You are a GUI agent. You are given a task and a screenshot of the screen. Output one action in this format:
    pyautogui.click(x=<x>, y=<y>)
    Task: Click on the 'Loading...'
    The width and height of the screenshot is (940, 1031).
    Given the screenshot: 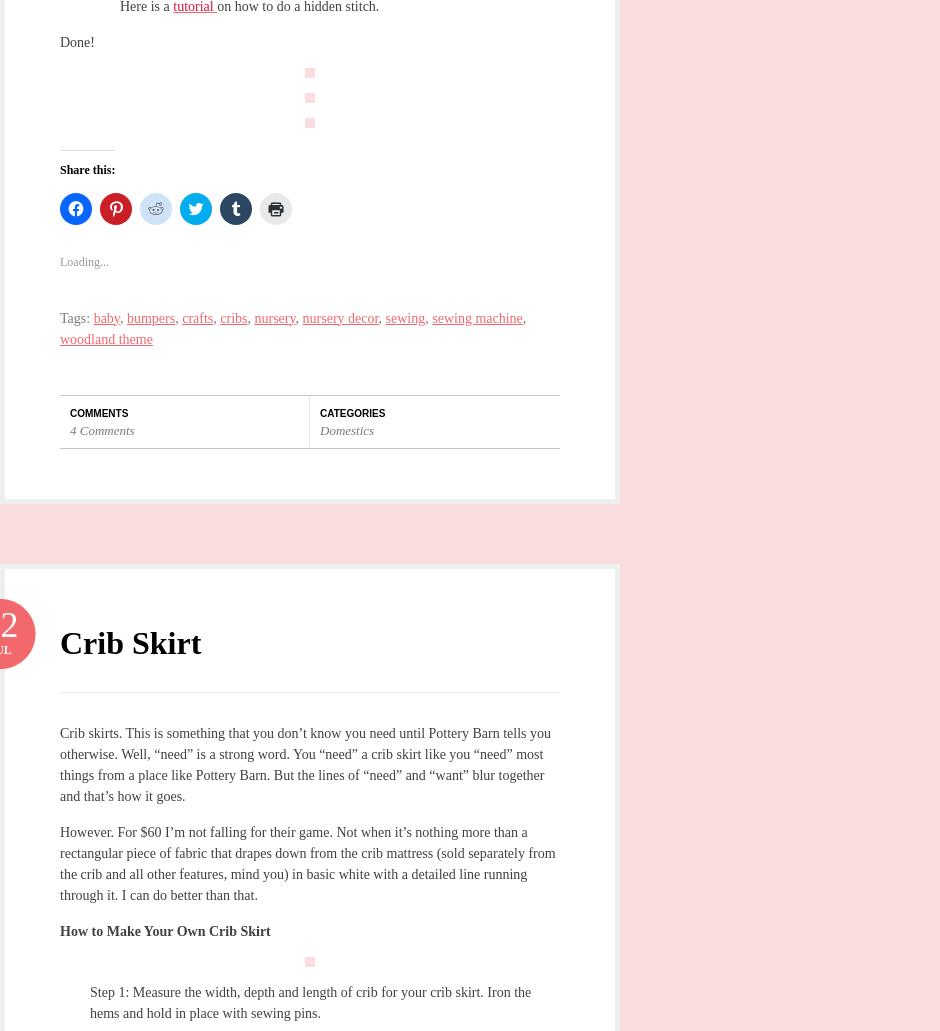 What is the action you would take?
    pyautogui.click(x=84, y=261)
    